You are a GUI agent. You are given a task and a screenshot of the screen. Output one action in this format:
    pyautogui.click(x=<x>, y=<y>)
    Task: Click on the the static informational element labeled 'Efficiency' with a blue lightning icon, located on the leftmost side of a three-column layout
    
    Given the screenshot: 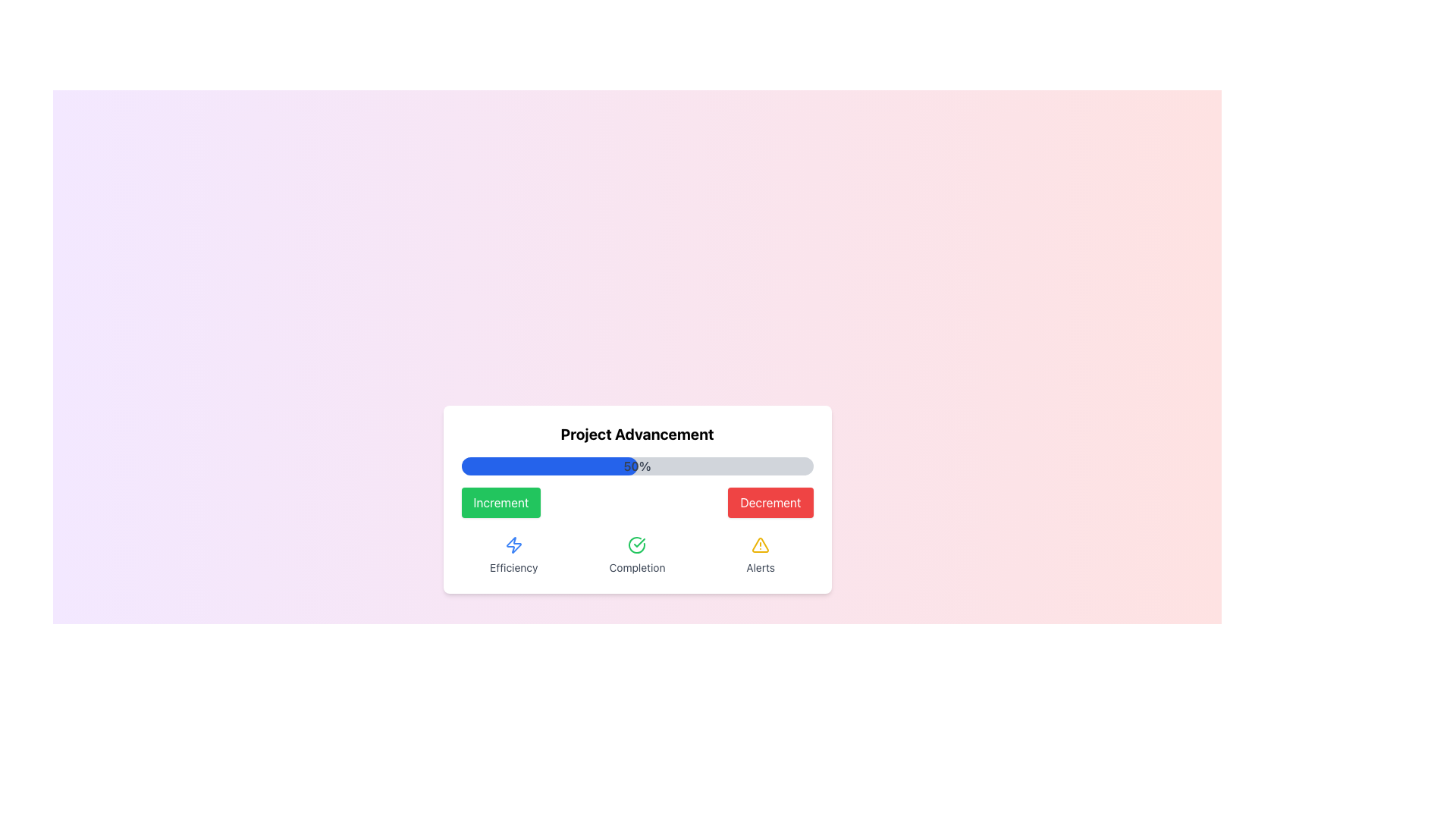 What is the action you would take?
    pyautogui.click(x=513, y=555)
    